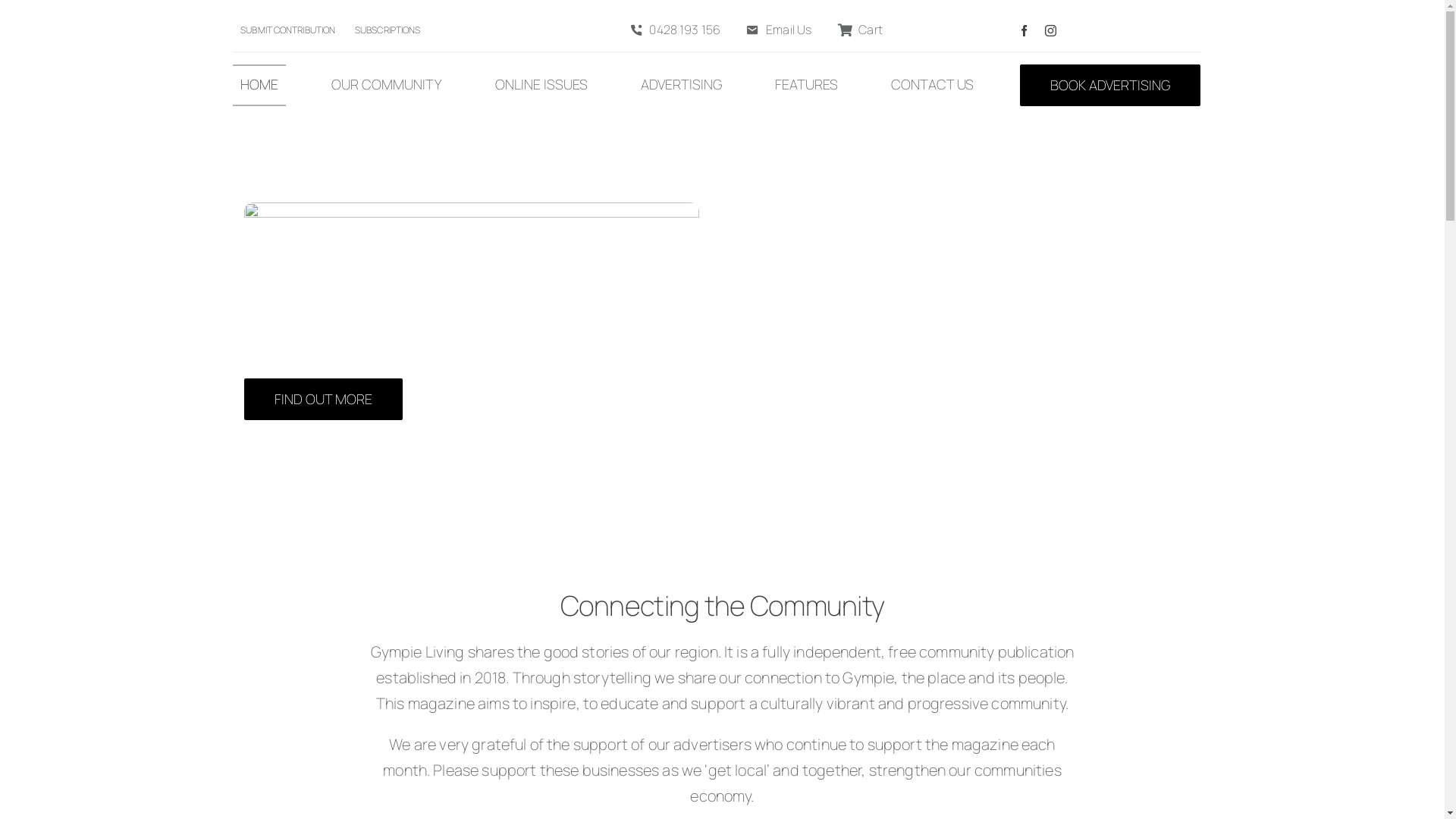  I want to click on 'Cart', so click(856, 30).